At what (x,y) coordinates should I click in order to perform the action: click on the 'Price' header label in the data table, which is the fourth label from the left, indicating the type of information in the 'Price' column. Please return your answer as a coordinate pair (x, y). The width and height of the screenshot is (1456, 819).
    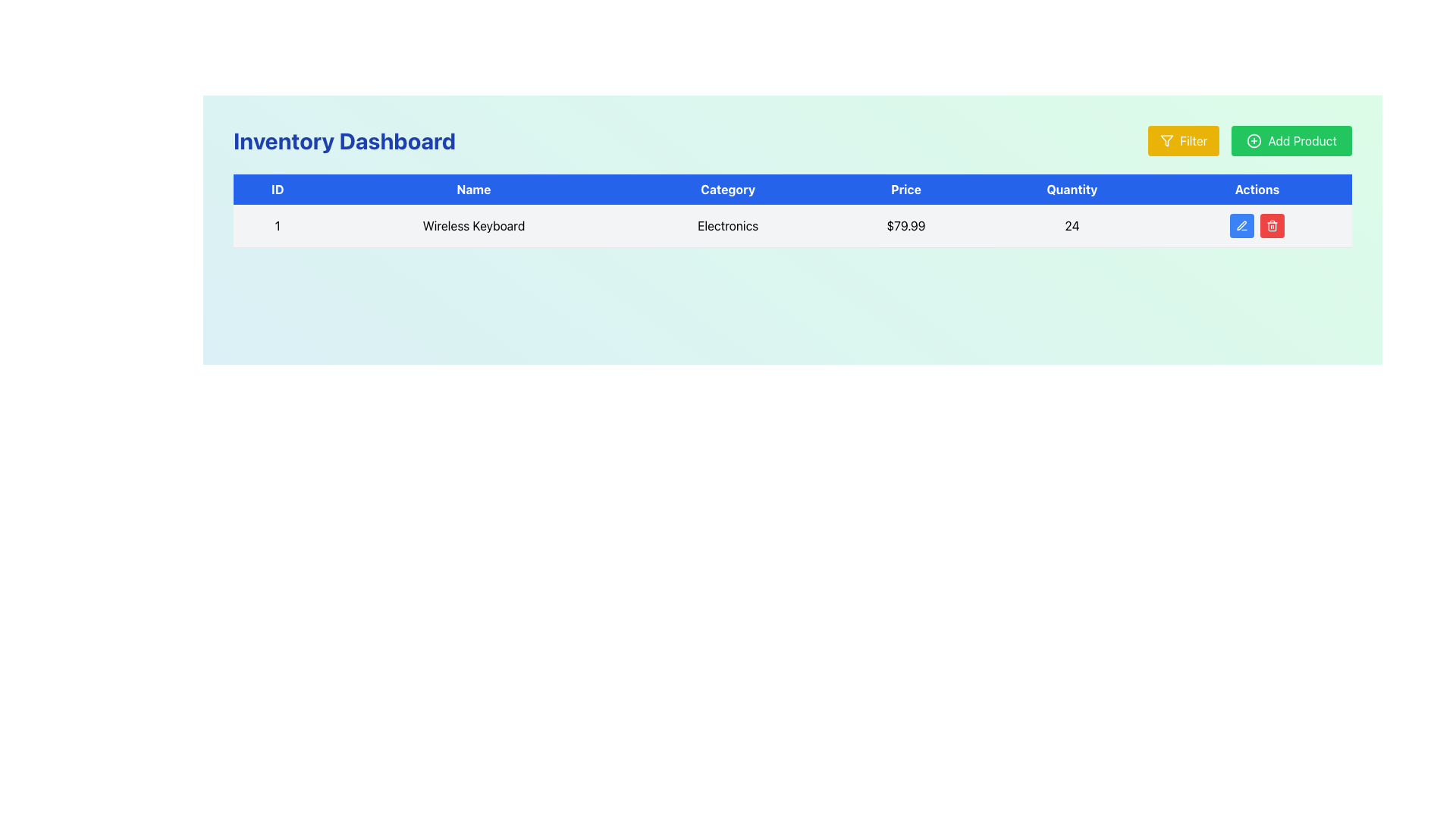
    Looking at the image, I should click on (906, 189).